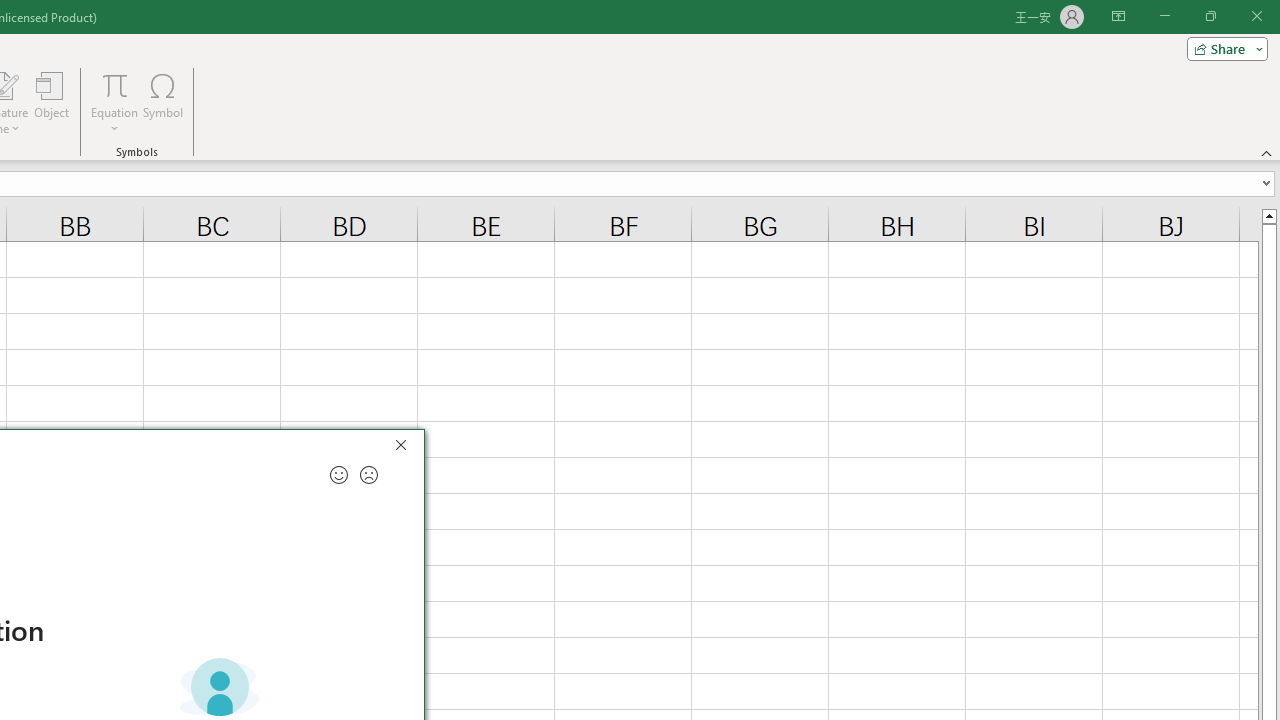 Image resolution: width=1280 pixels, height=720 pixels. Describe the element at coordinates (114, 84) in the screenshot. I see `'Equation'` at that location.